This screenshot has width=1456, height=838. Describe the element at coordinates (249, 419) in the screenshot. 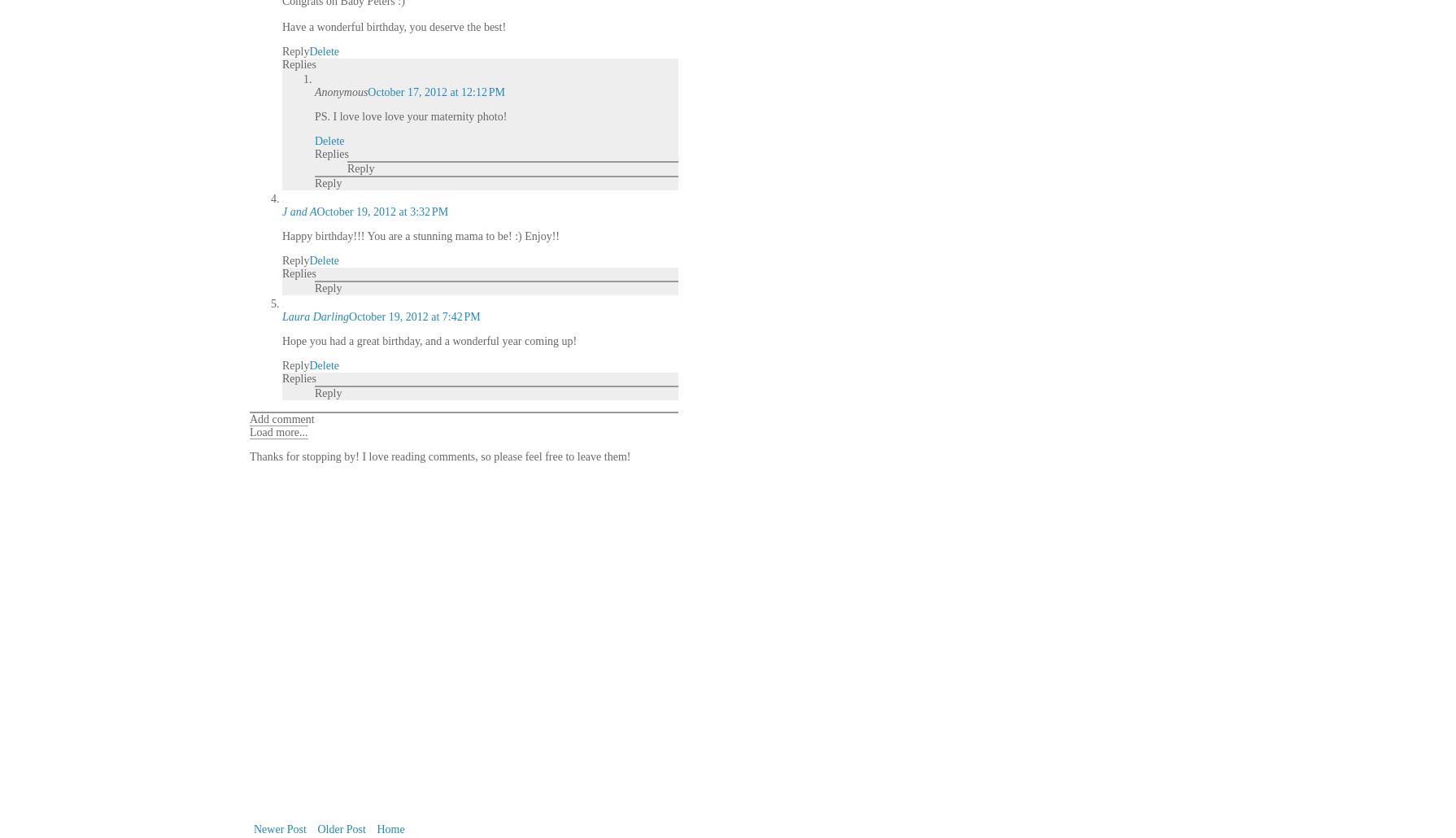

I see `'Add comment'` at that location.